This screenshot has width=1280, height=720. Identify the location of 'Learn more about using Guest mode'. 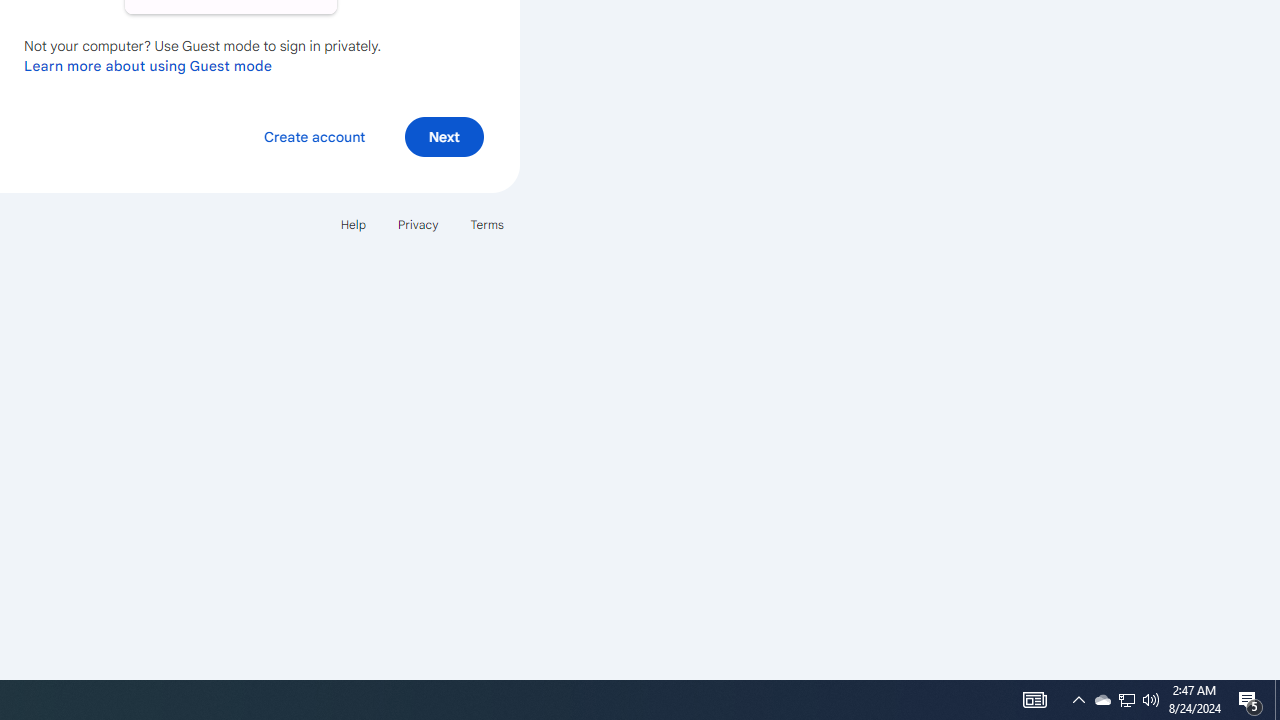
(147, 64).